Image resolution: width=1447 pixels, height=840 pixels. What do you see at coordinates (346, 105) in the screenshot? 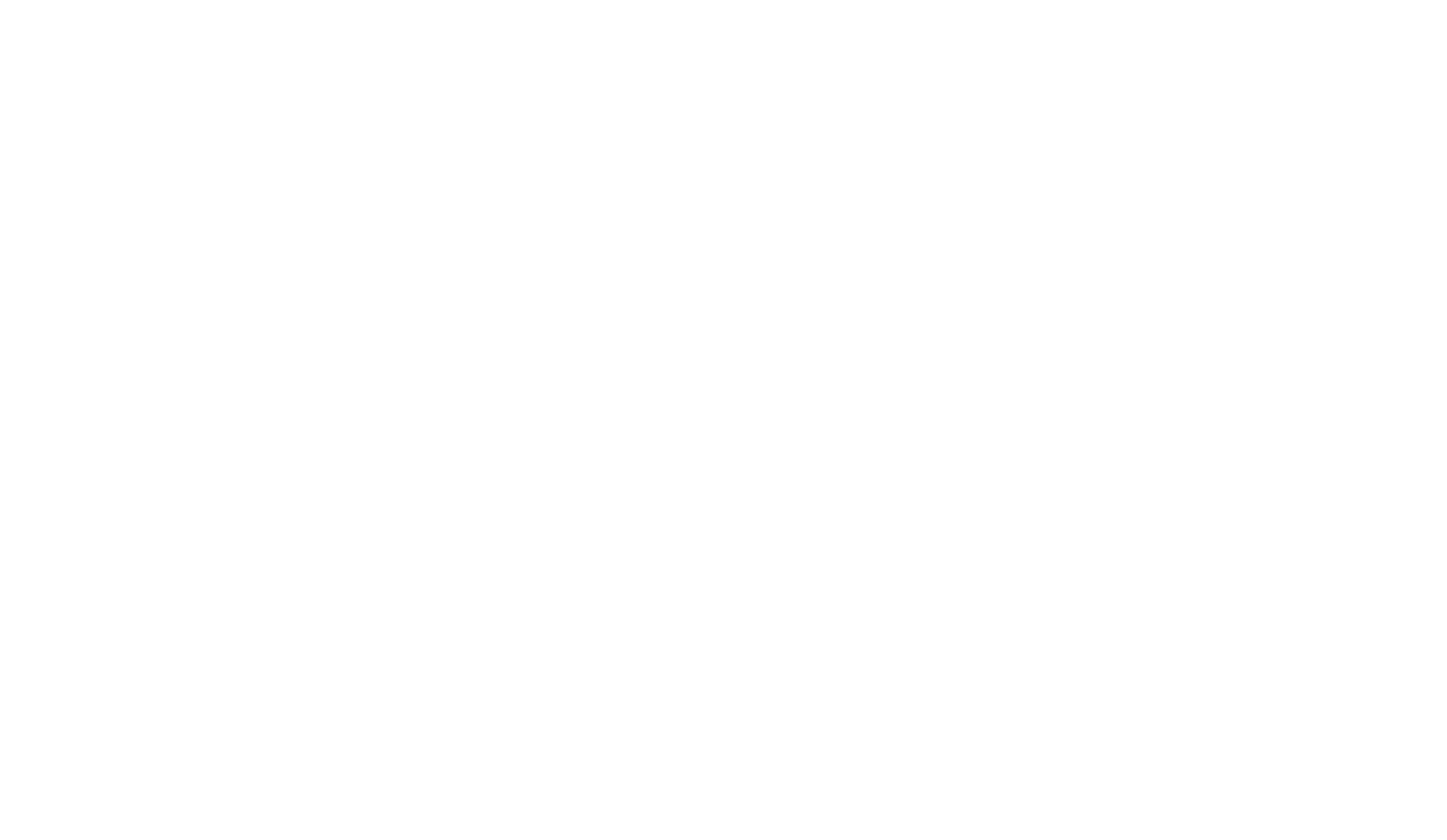
I see `'Spotted par Diane'` at bounding box center [346, 105].